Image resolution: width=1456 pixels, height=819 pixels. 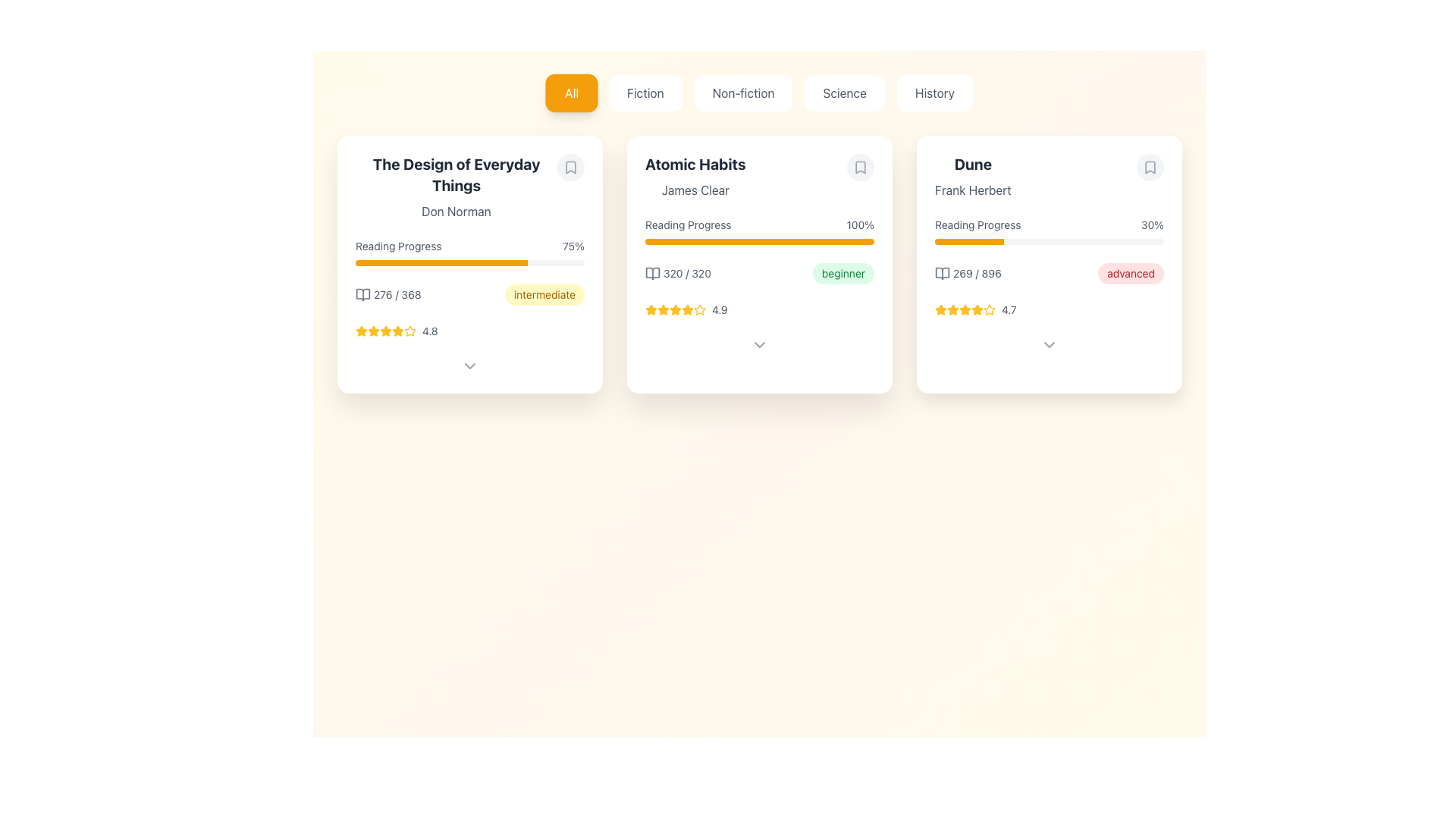 What do you see at coordinates (686, 274) in the screenshot?
I see `static text displaying '320 / 320' in a small gray font, located beside the book icon within the second card titled 'Atomic Habits'` at bounding box center [686, 274].